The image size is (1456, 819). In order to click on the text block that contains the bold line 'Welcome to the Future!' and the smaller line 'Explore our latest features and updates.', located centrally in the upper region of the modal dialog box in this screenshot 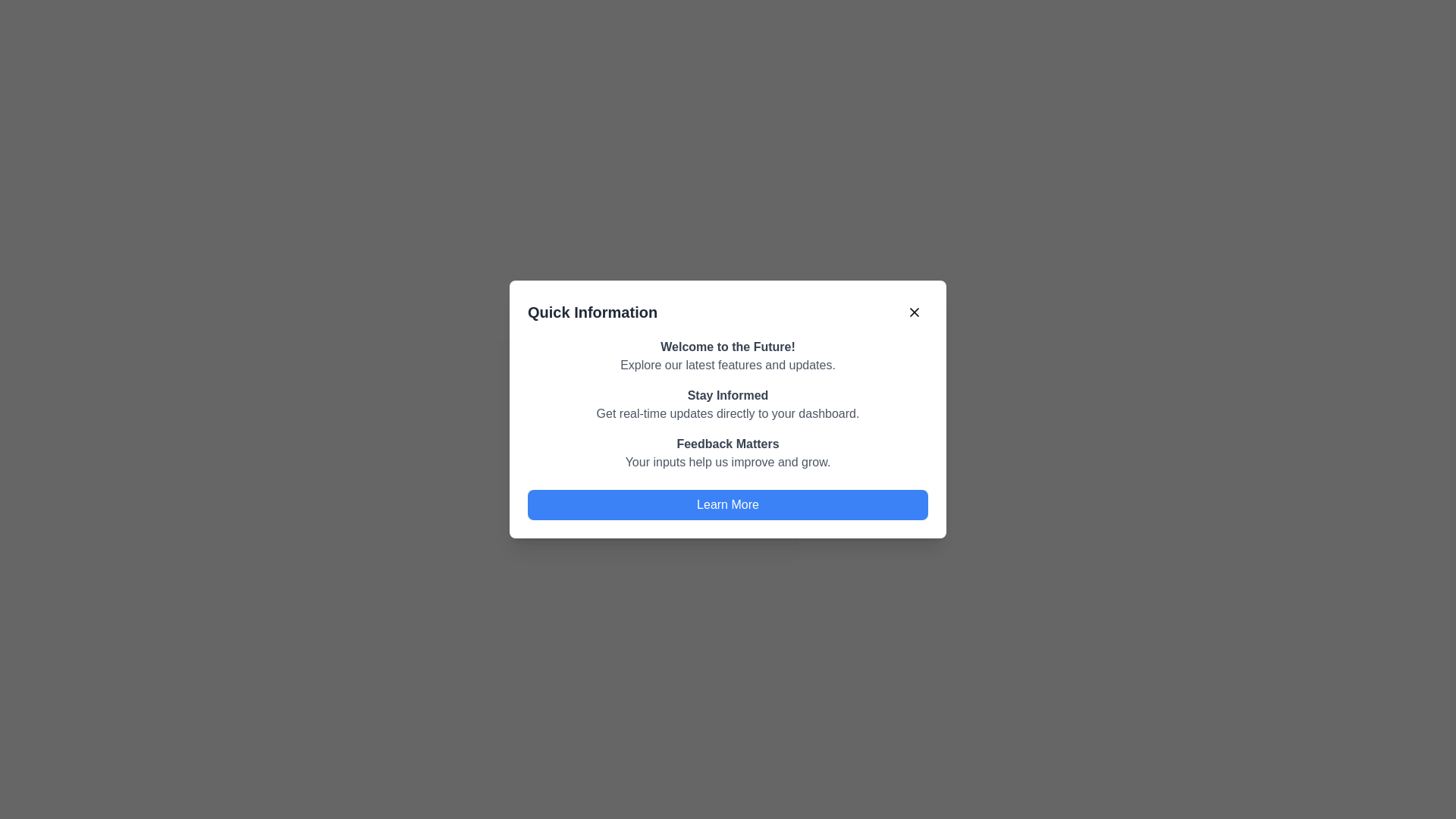, I will do `click(728, 356)`.